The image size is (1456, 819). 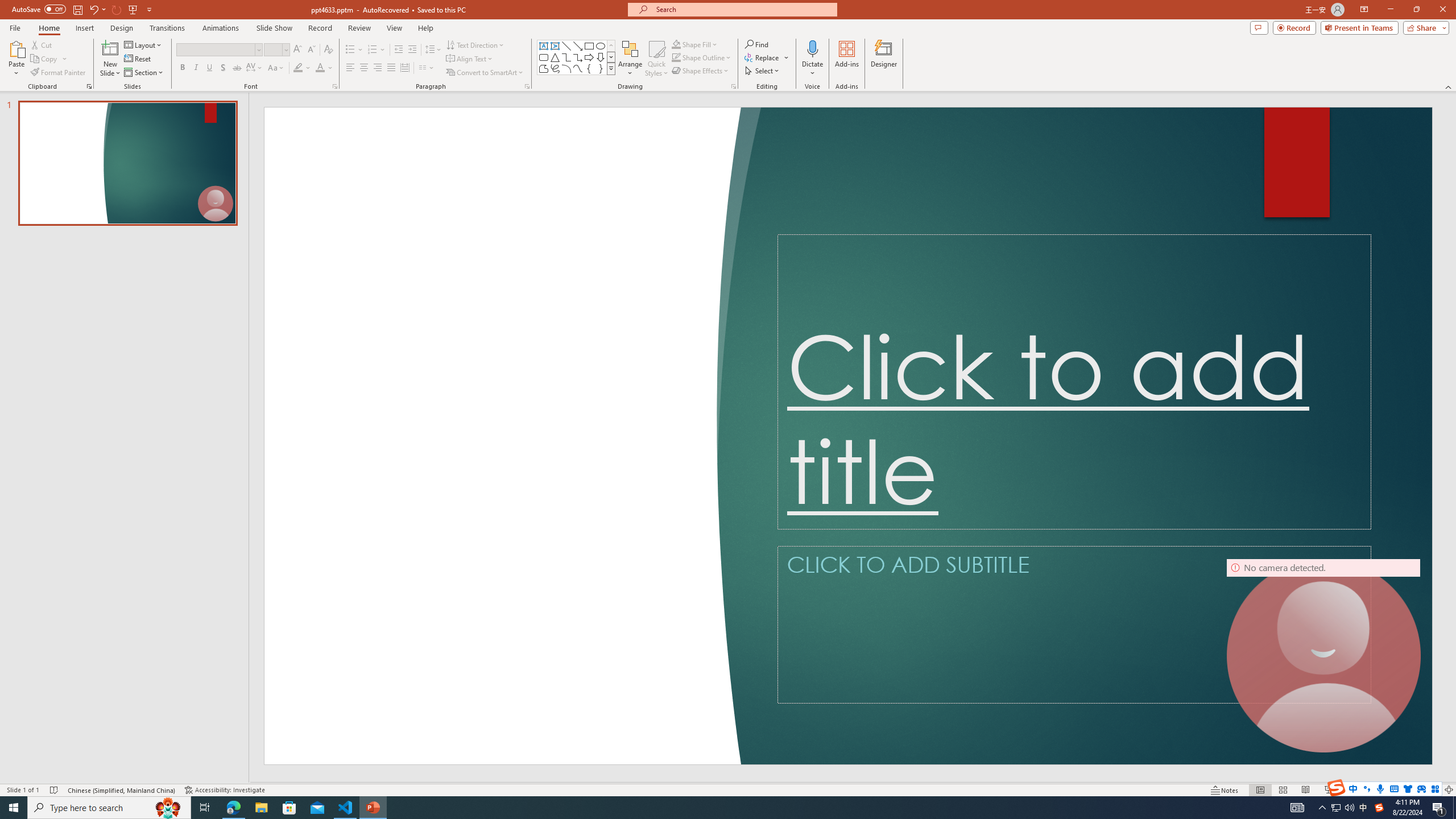 I want to click on 'Center', so click(x=364, y=67).